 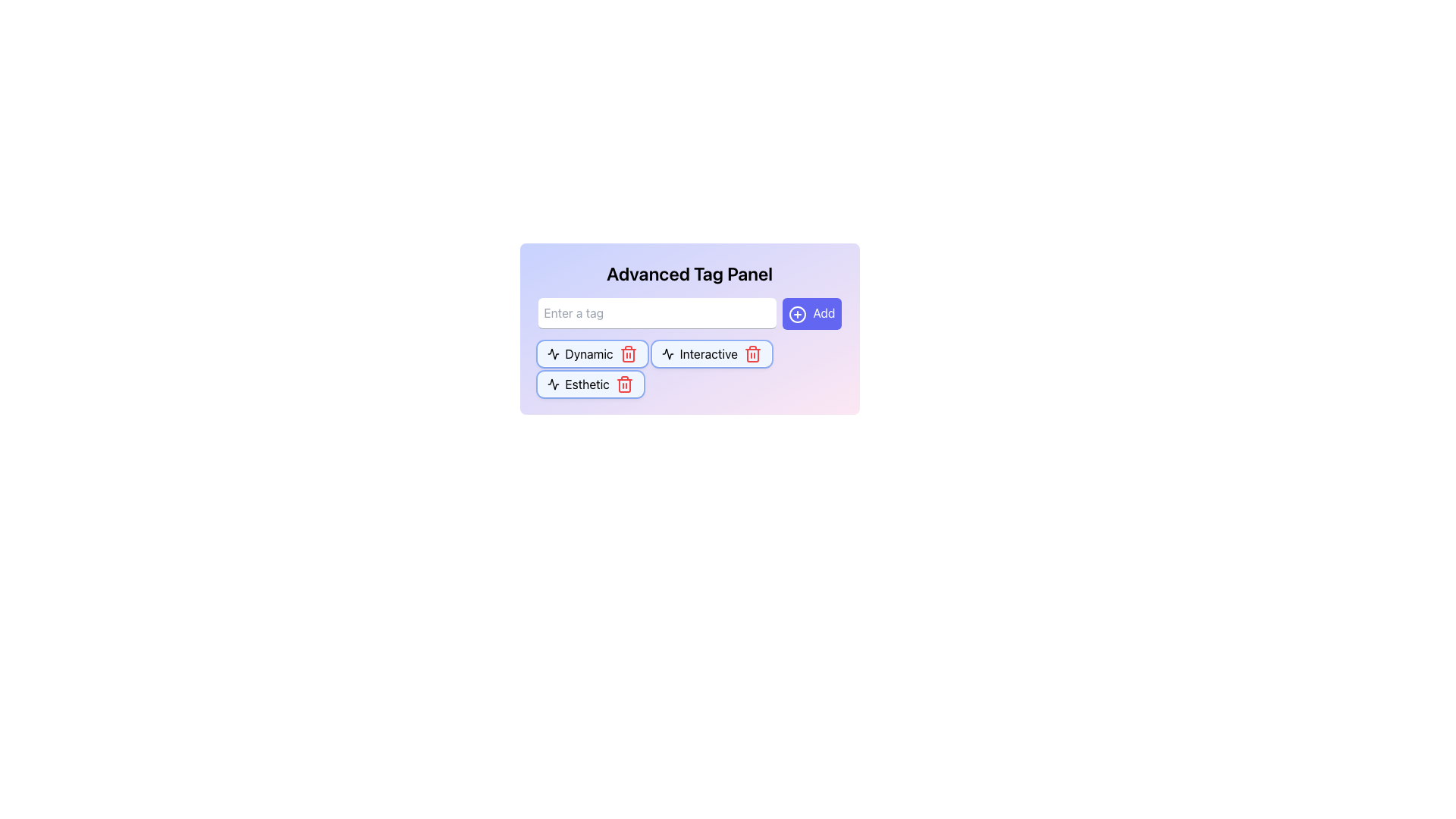 What do you see at coordinates (711, 353) in the screenshot?
I see `the Tag Button with the text 'Interactive', which is the second button among three horizontally aligned buttons` at bounding box center [711, 353].